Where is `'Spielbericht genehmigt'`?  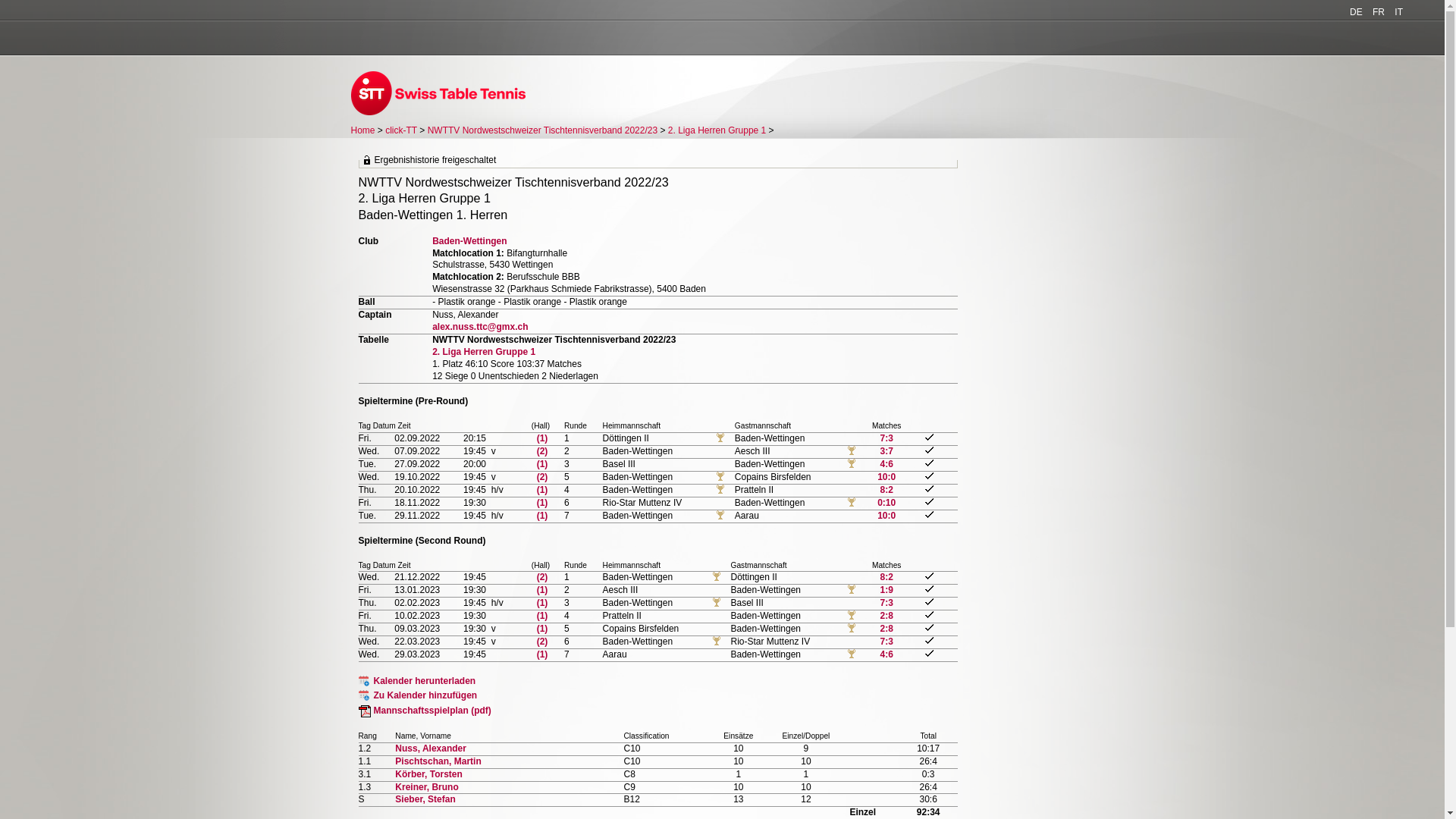 'Spielbericht genehmigt' is located at coordinates (928, 488).